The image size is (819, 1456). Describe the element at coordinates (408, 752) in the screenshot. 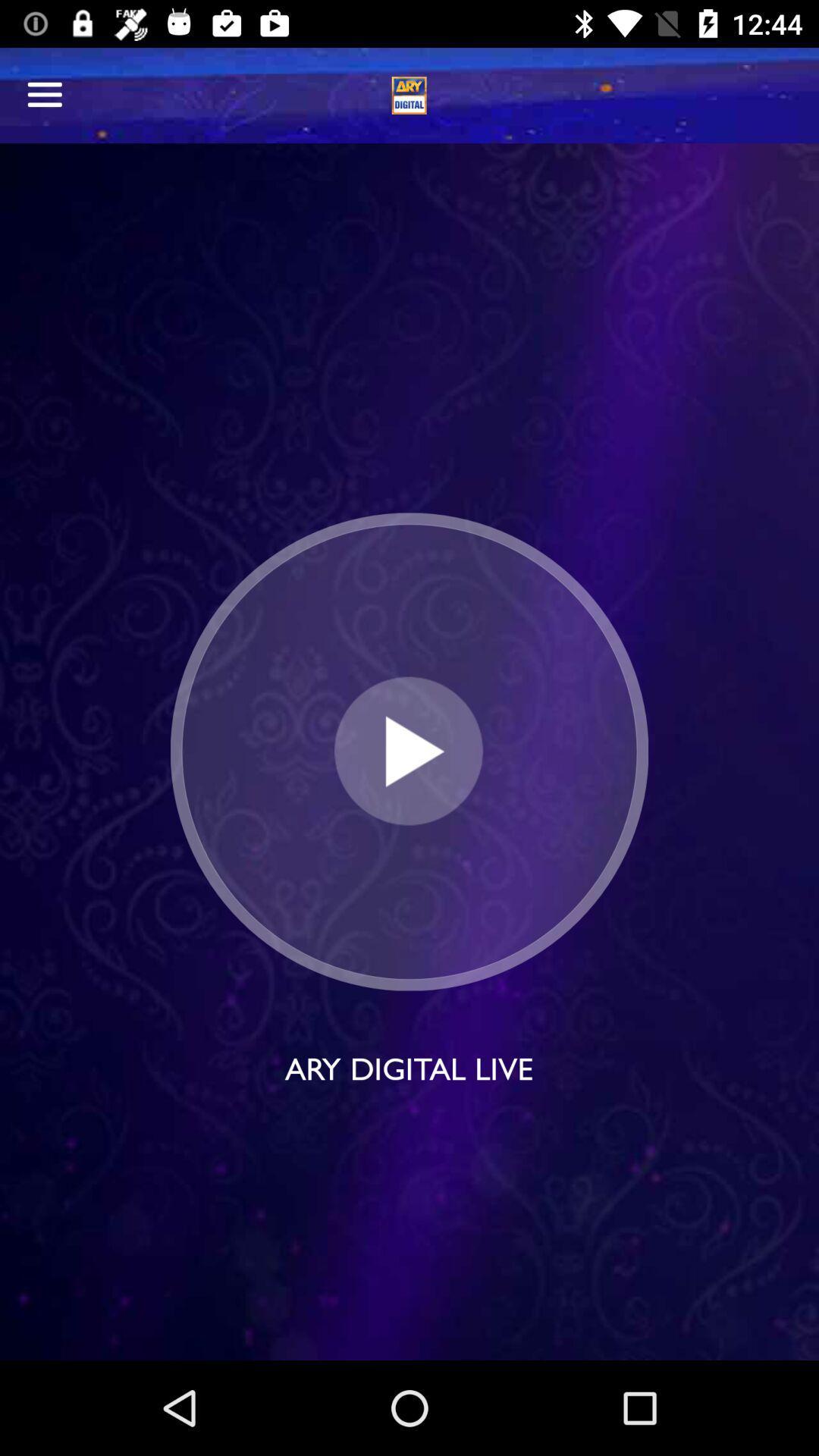

I see `the play icon` at that location.